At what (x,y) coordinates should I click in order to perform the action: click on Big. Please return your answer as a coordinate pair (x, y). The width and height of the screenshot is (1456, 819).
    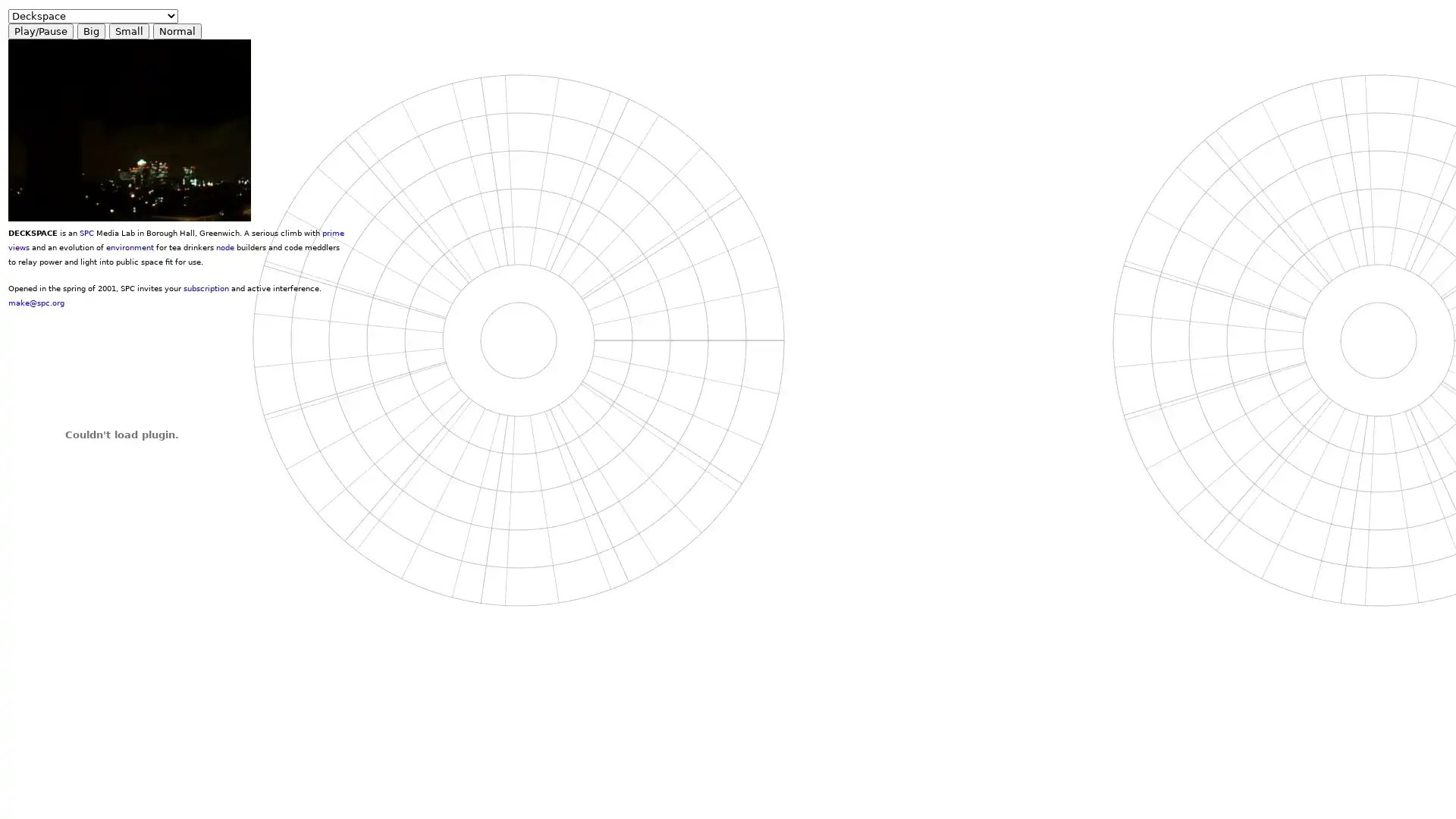
    Looking at the image, I should click on (90, 31).